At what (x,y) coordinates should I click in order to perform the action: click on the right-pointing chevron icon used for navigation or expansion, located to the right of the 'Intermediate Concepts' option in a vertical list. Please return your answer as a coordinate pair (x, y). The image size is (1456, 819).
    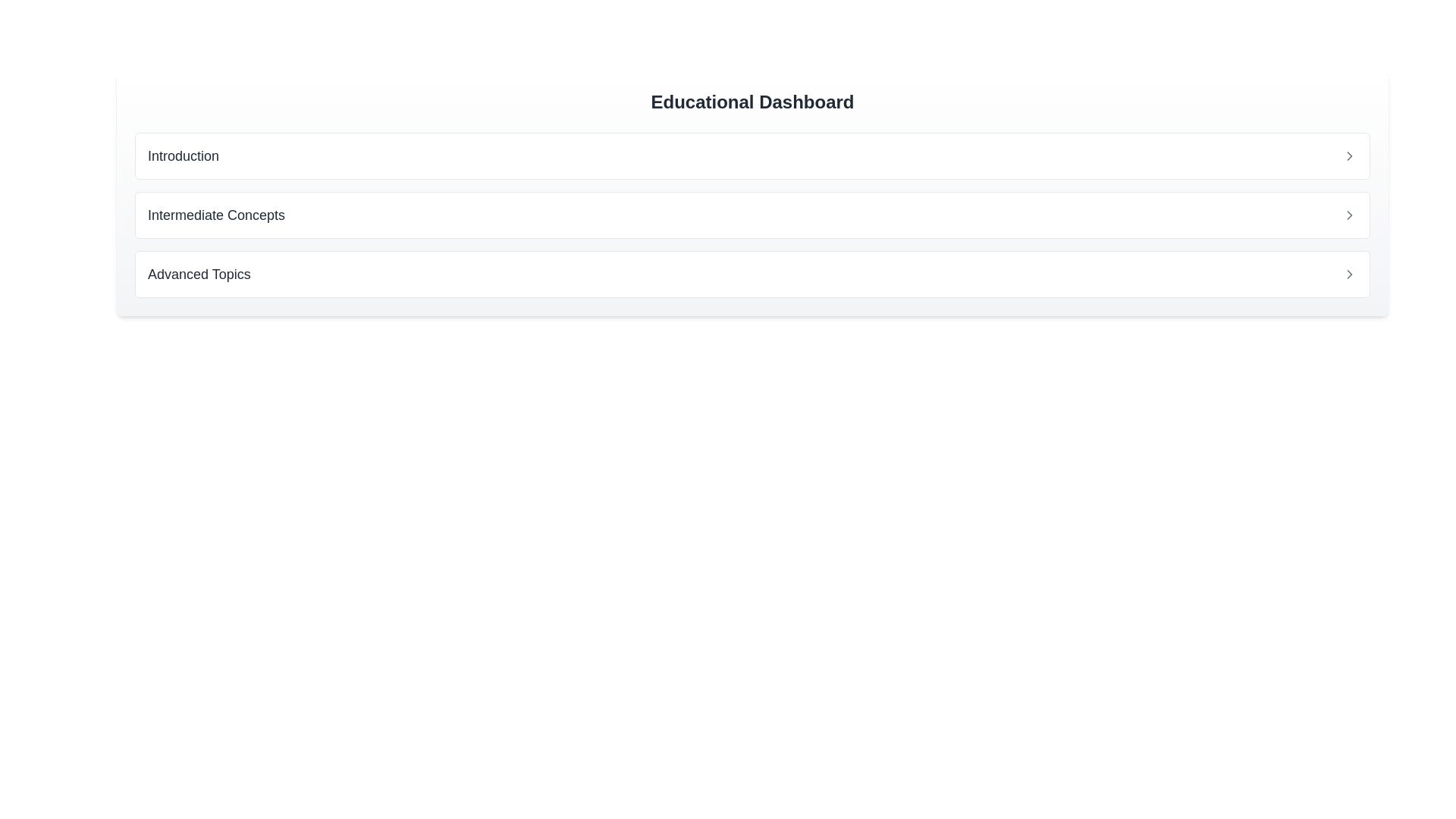
    Looking at the image, I should click on (1350, 215).